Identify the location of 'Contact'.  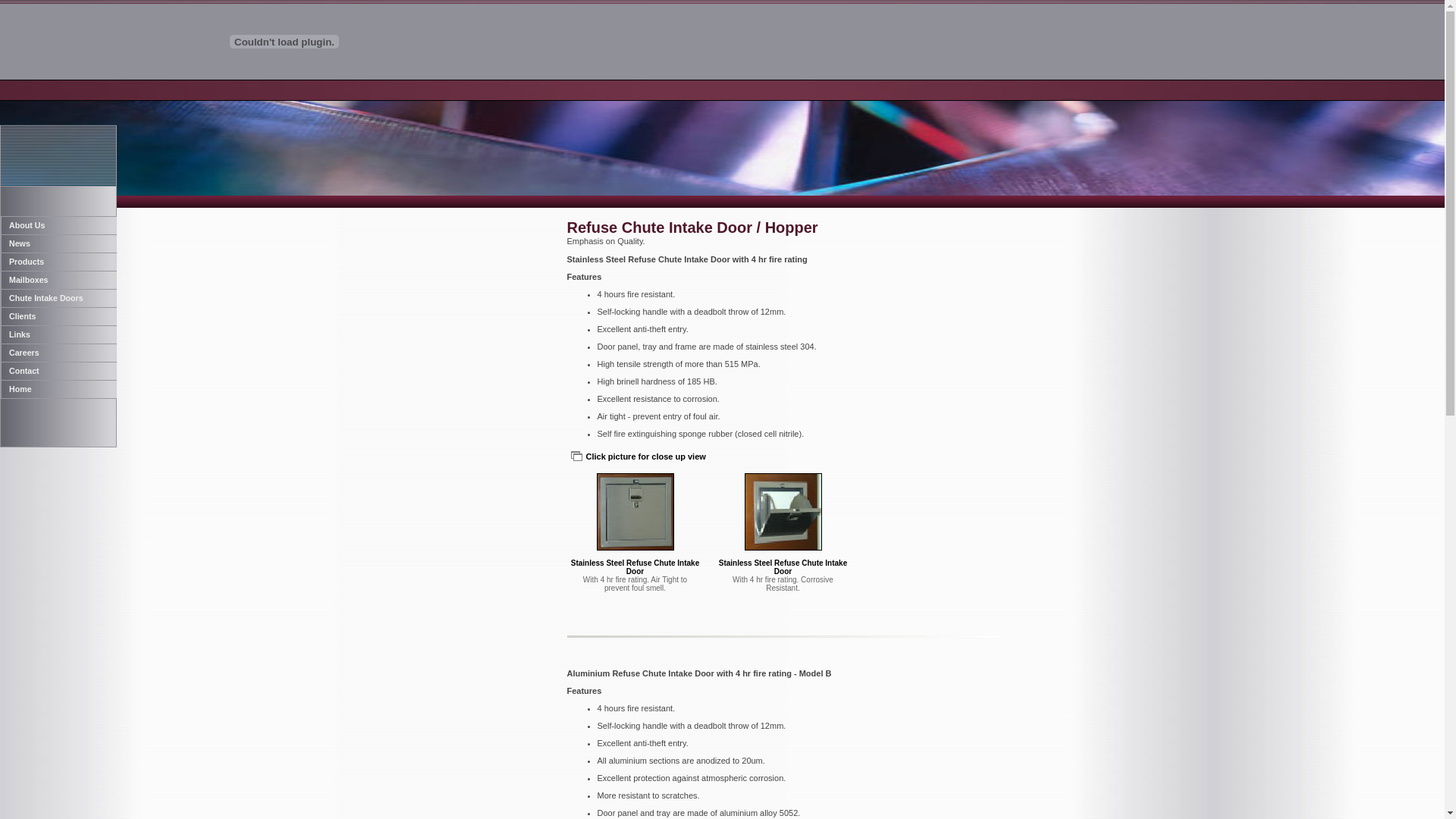
(58, 371).